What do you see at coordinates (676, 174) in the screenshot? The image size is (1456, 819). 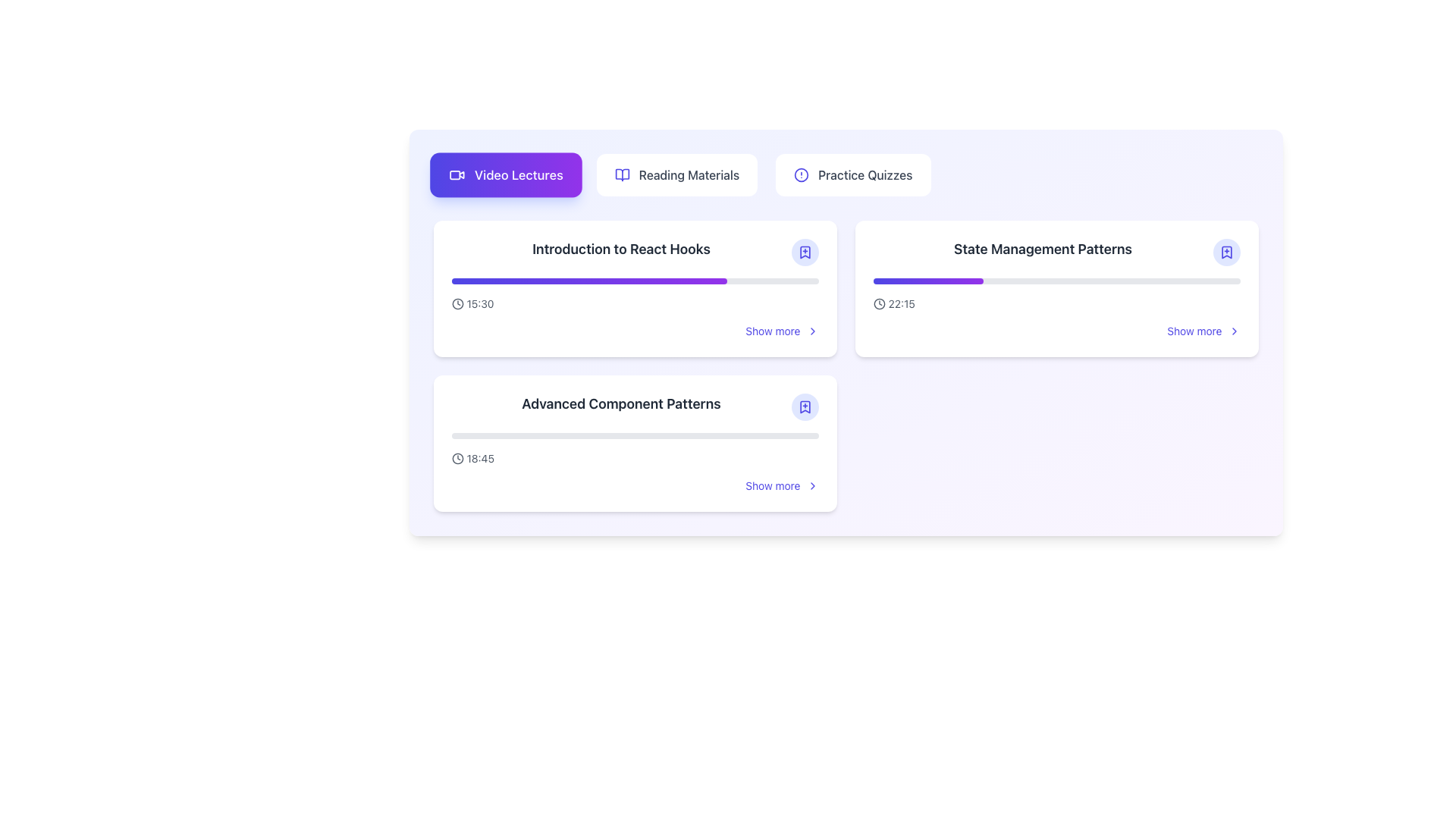 I see `the central button that navigates users to the 'Reading Materials' section of the application` at bounding box center [676, 174].